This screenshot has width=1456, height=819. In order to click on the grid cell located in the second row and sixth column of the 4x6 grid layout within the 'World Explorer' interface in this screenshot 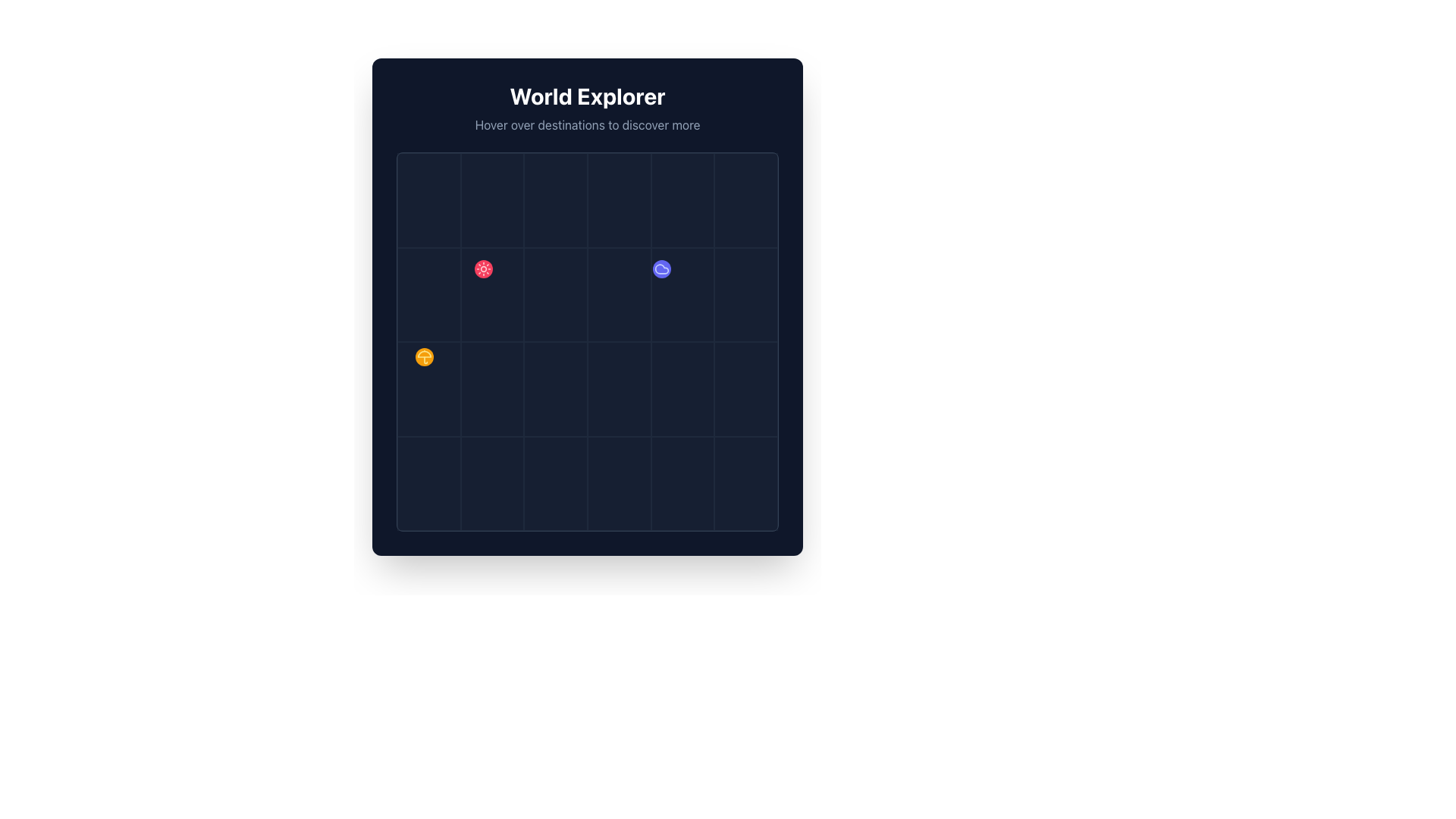, I will do `click(746, 294)`.